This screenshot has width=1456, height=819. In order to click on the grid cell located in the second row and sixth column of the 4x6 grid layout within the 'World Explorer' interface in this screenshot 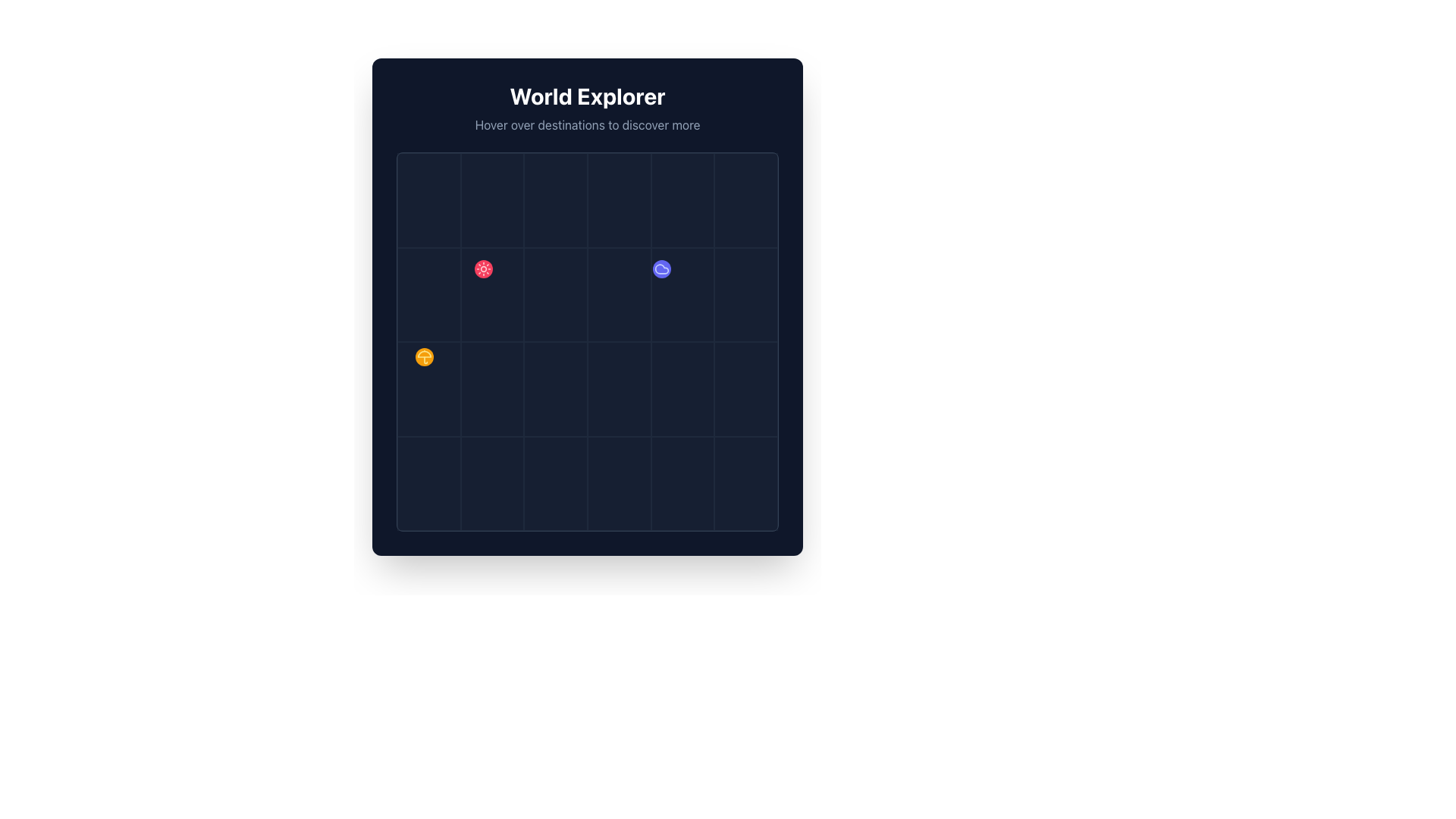, I will do `click(746, 294)`.